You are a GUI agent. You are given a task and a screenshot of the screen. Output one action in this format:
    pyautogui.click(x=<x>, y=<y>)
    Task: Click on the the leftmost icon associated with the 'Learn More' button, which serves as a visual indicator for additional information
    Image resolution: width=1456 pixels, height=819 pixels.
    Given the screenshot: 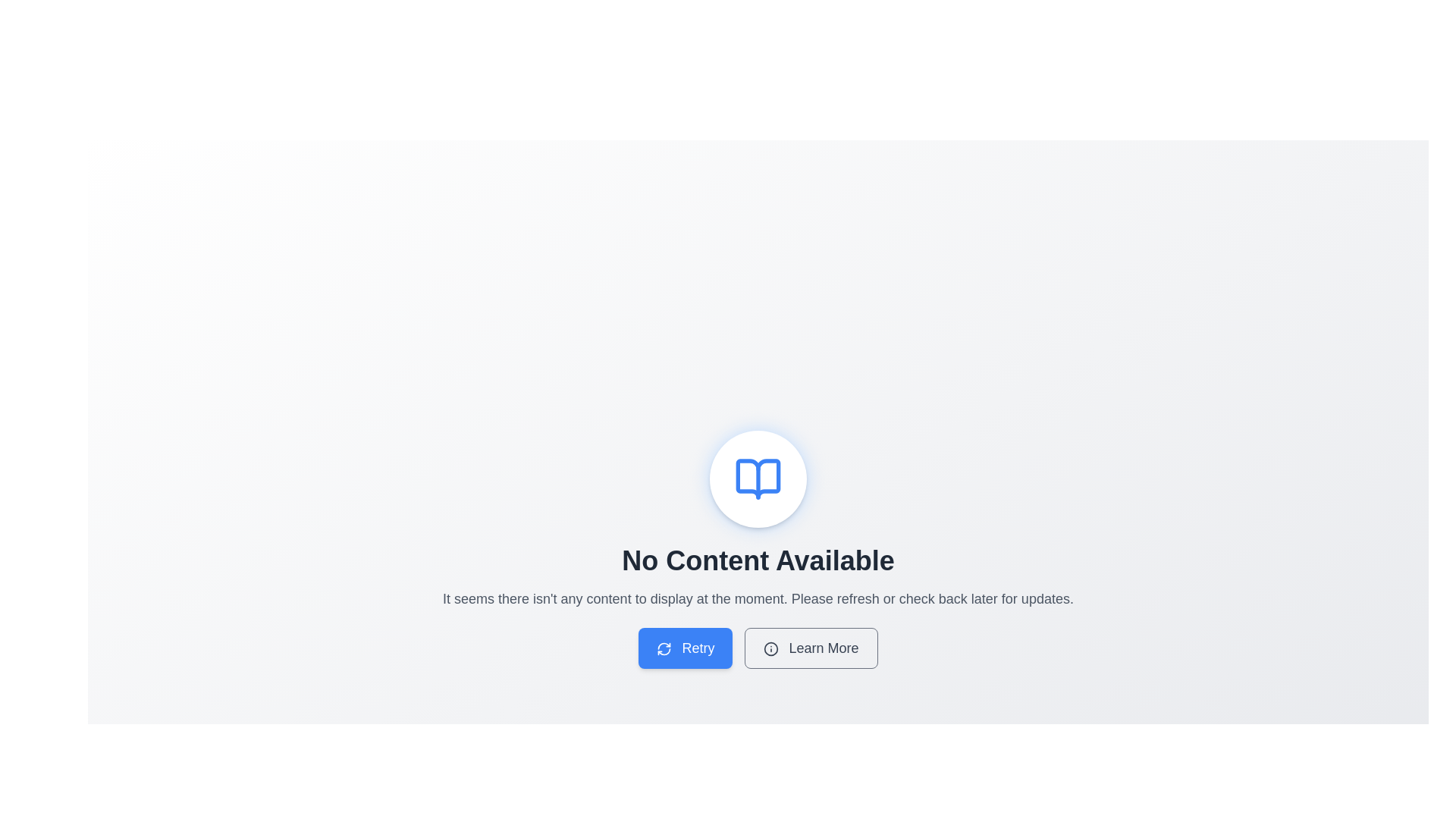 What is the action you would take?
    pyautogui.click(x=771, y=648)
    